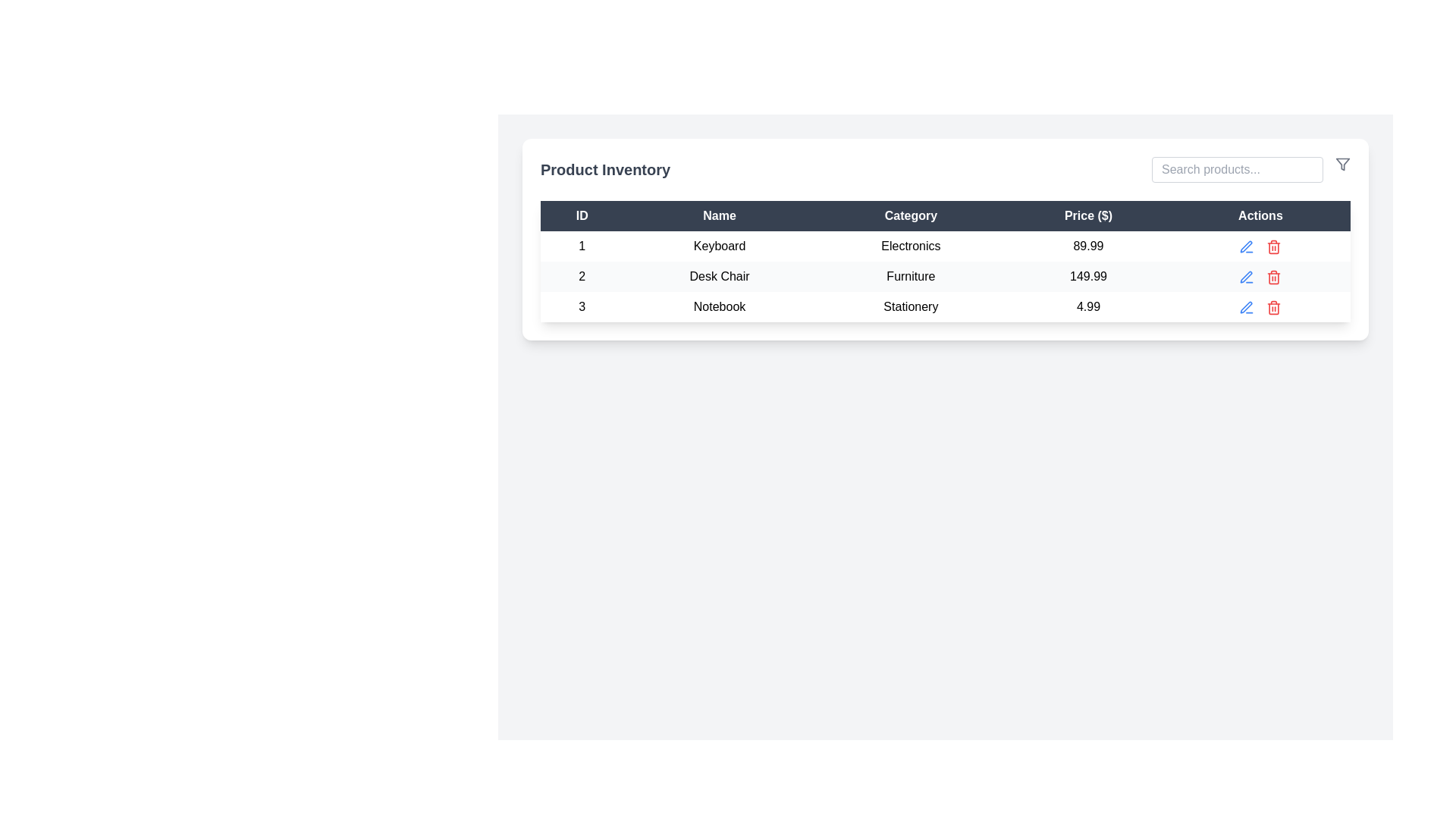 The height and width of the screenshot is (819, 1456). Describe the element at coordinates (1260, 216) in the screenshot. I see `the text label styled with a dark background and white serif font containing the word 'Actions', located in the top-right cell of the table header row` at that location.